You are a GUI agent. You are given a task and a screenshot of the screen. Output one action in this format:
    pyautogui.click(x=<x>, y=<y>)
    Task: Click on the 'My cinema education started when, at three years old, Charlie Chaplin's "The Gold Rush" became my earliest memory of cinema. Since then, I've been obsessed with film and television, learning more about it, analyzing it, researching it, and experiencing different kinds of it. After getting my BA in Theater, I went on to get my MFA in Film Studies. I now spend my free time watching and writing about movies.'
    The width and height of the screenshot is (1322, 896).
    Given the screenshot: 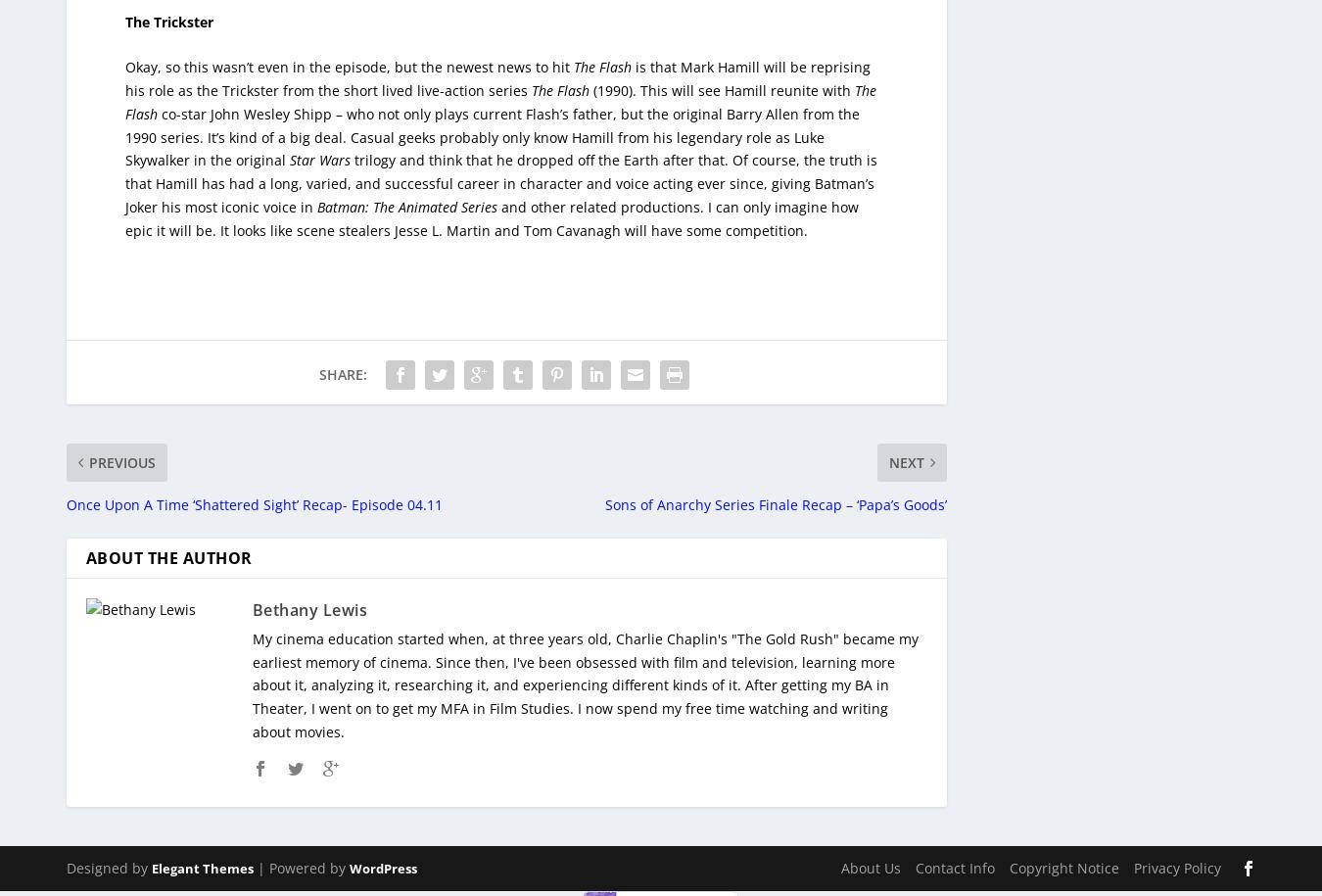 What is the action you would take?
    pyautogui.click(x=584, y=670)
    